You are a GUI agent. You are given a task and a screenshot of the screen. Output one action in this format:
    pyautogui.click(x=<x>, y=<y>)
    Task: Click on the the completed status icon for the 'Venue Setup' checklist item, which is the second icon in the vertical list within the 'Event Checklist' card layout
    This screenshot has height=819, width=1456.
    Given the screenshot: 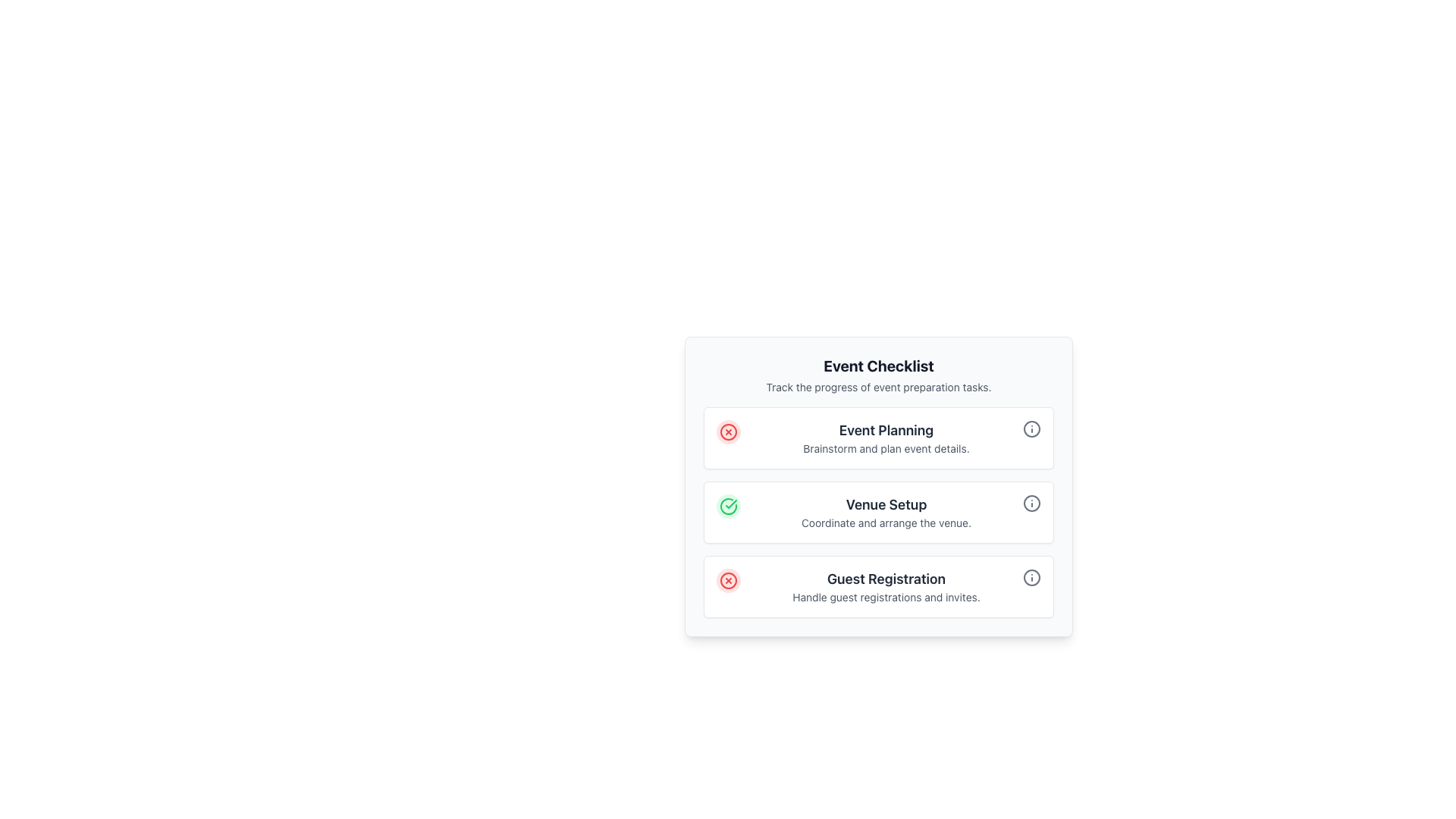 What is the action you would take?
    pyautogui.click(x=728, y=506)
    